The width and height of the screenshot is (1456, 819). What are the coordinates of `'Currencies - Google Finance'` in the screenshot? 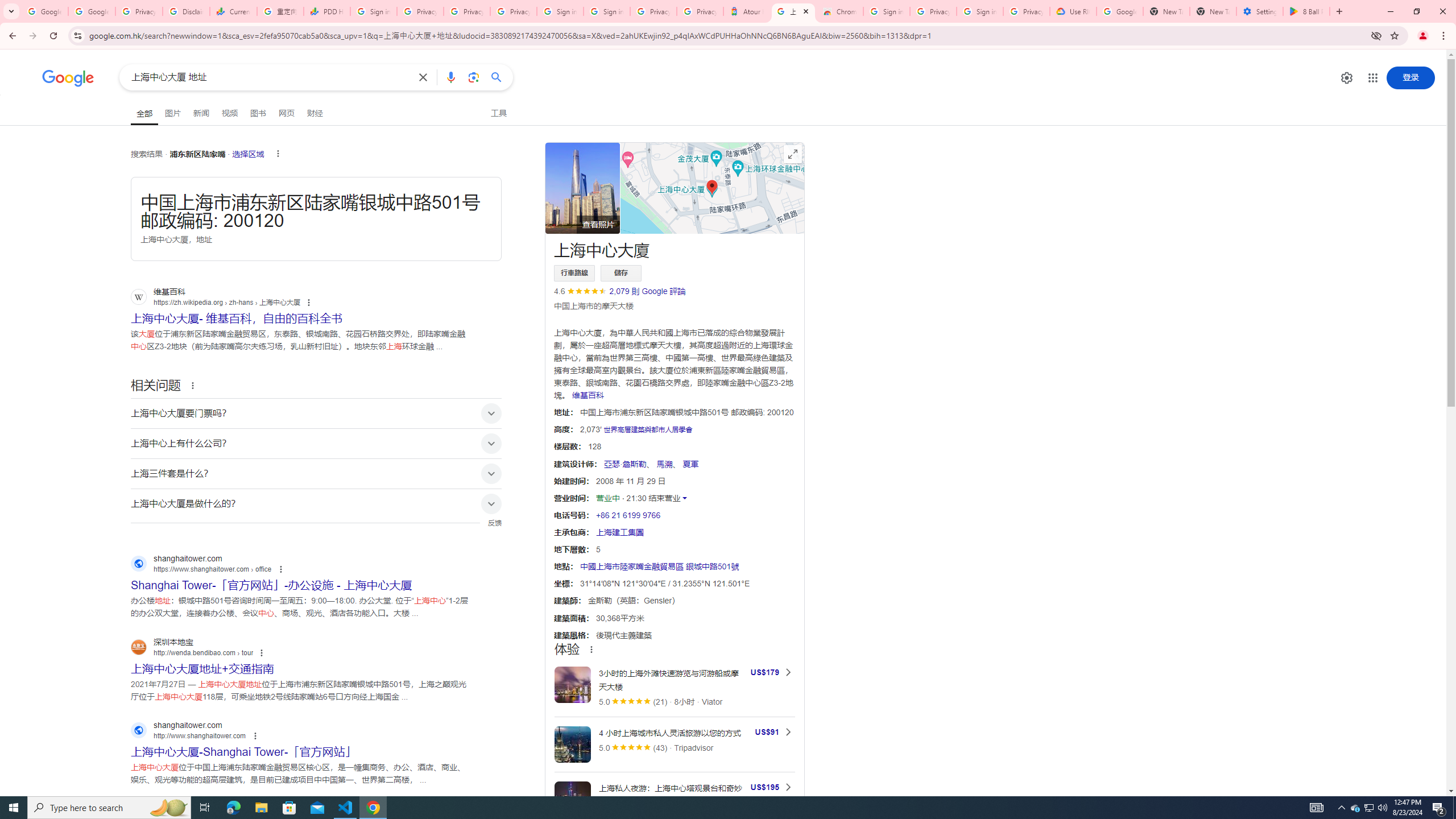 It's located at (233, 11).